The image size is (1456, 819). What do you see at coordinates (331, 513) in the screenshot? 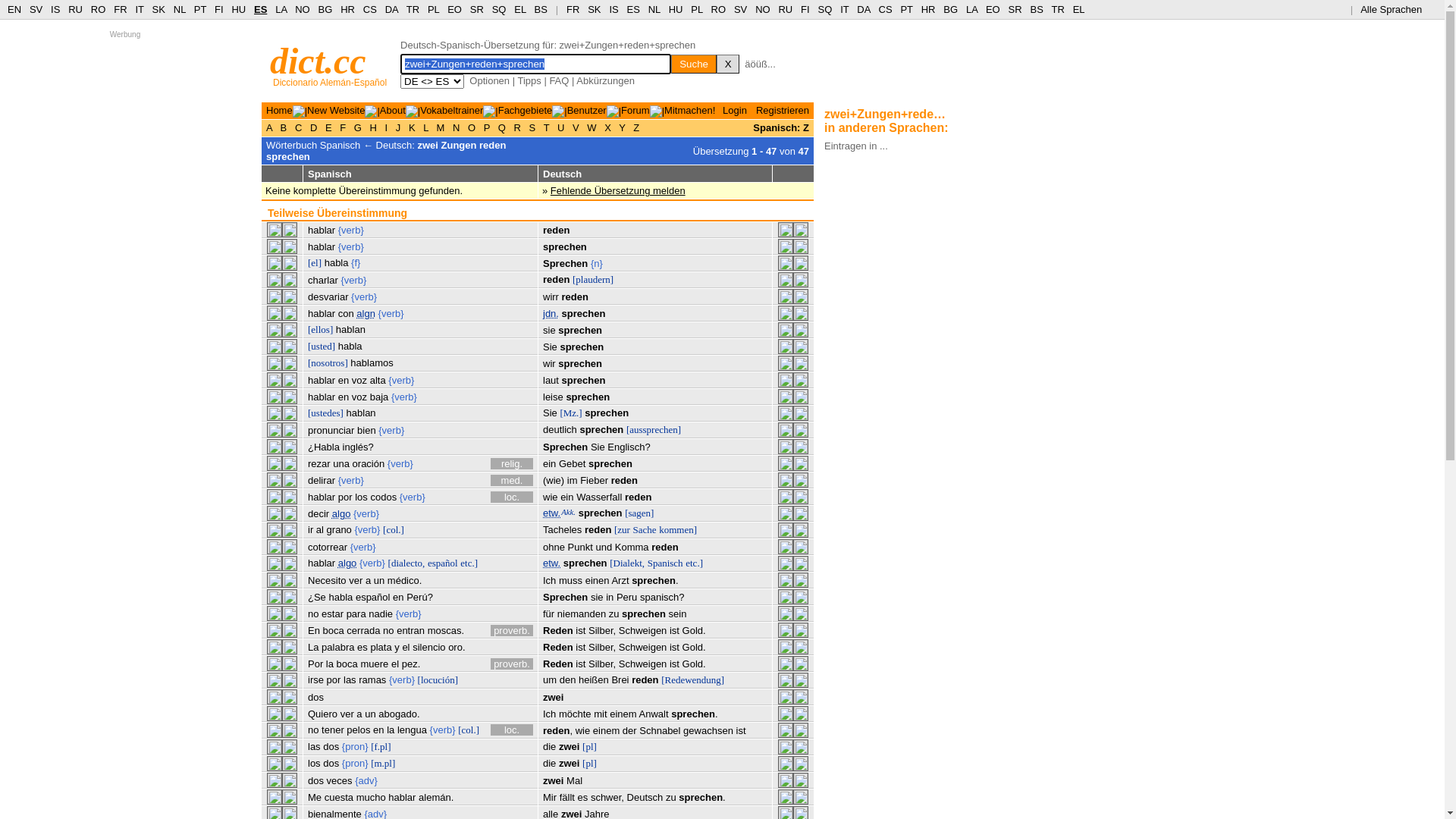
I see `'algo'` at bounding box center [331, 513].